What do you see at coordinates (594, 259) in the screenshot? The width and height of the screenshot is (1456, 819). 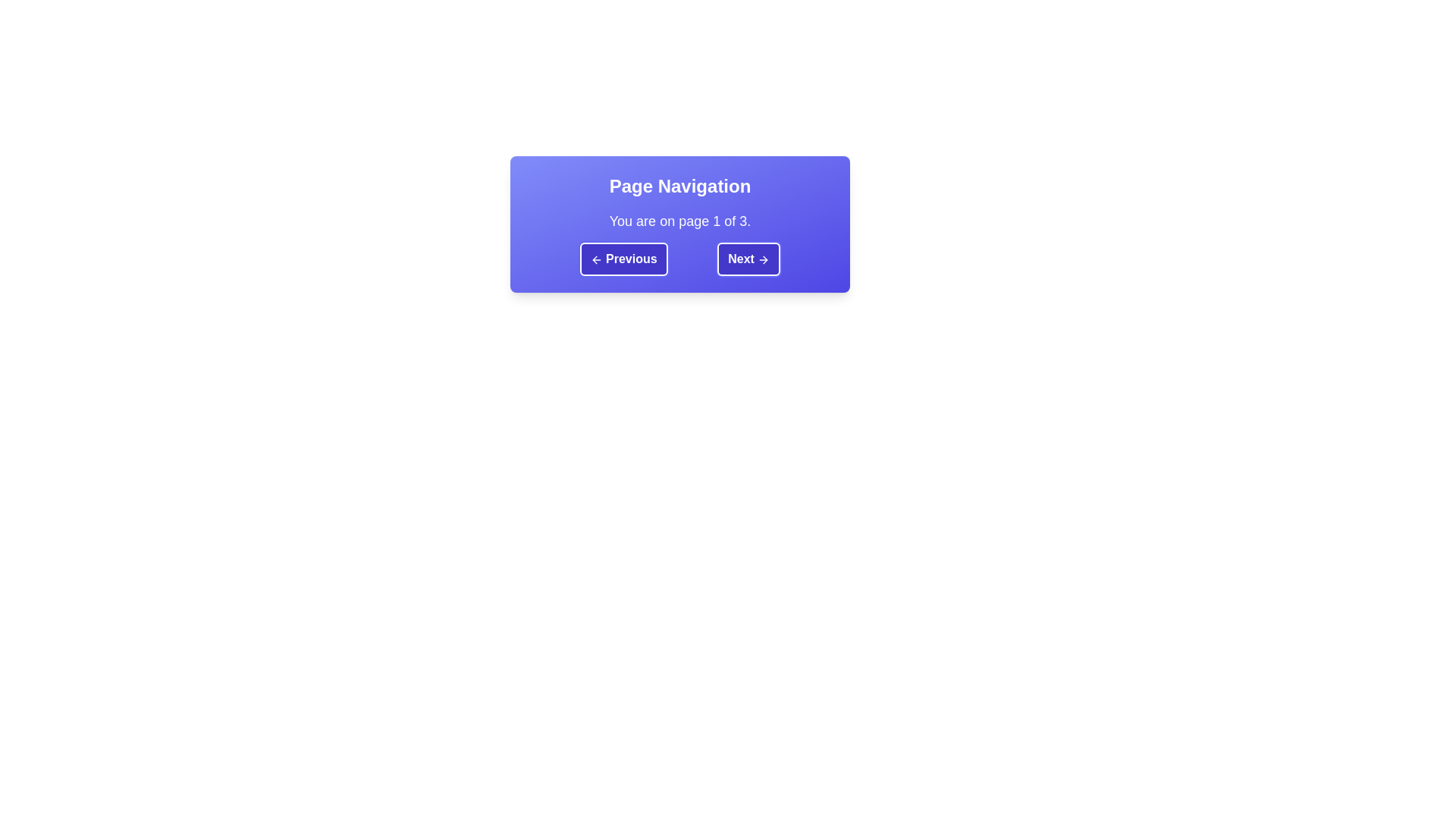 I see `the backward navigation icon located inside the 'Previous' button in the navigation panel, which visually represents a leftward movement` at bounding box center [594, 259].